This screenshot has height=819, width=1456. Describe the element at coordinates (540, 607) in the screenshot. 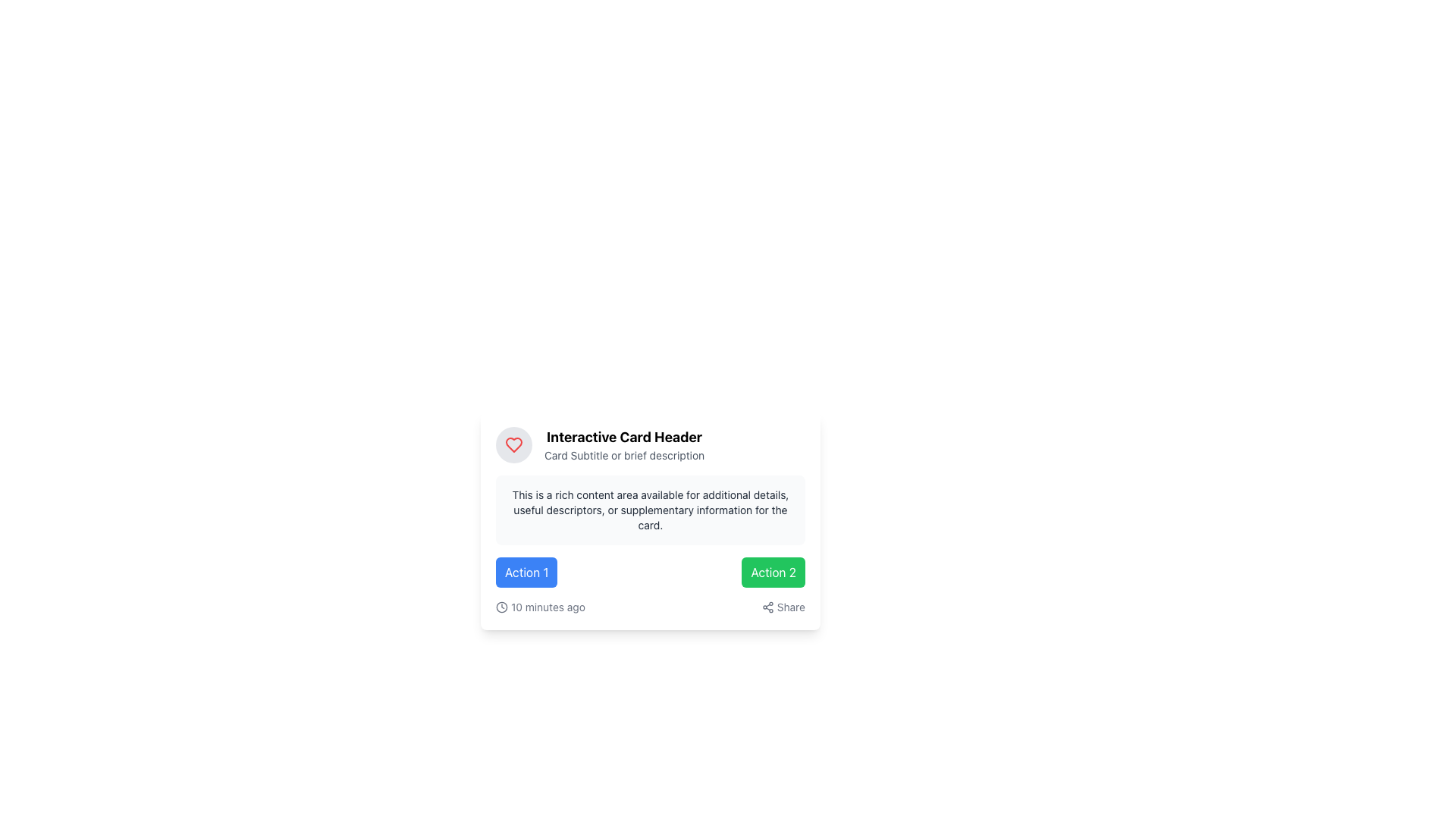

I see `timestamp displayed as '10 minutes ago' which is a small text component located at the bottom-left corner of the card, aligned horizontally with the 'Share' text` at that location.